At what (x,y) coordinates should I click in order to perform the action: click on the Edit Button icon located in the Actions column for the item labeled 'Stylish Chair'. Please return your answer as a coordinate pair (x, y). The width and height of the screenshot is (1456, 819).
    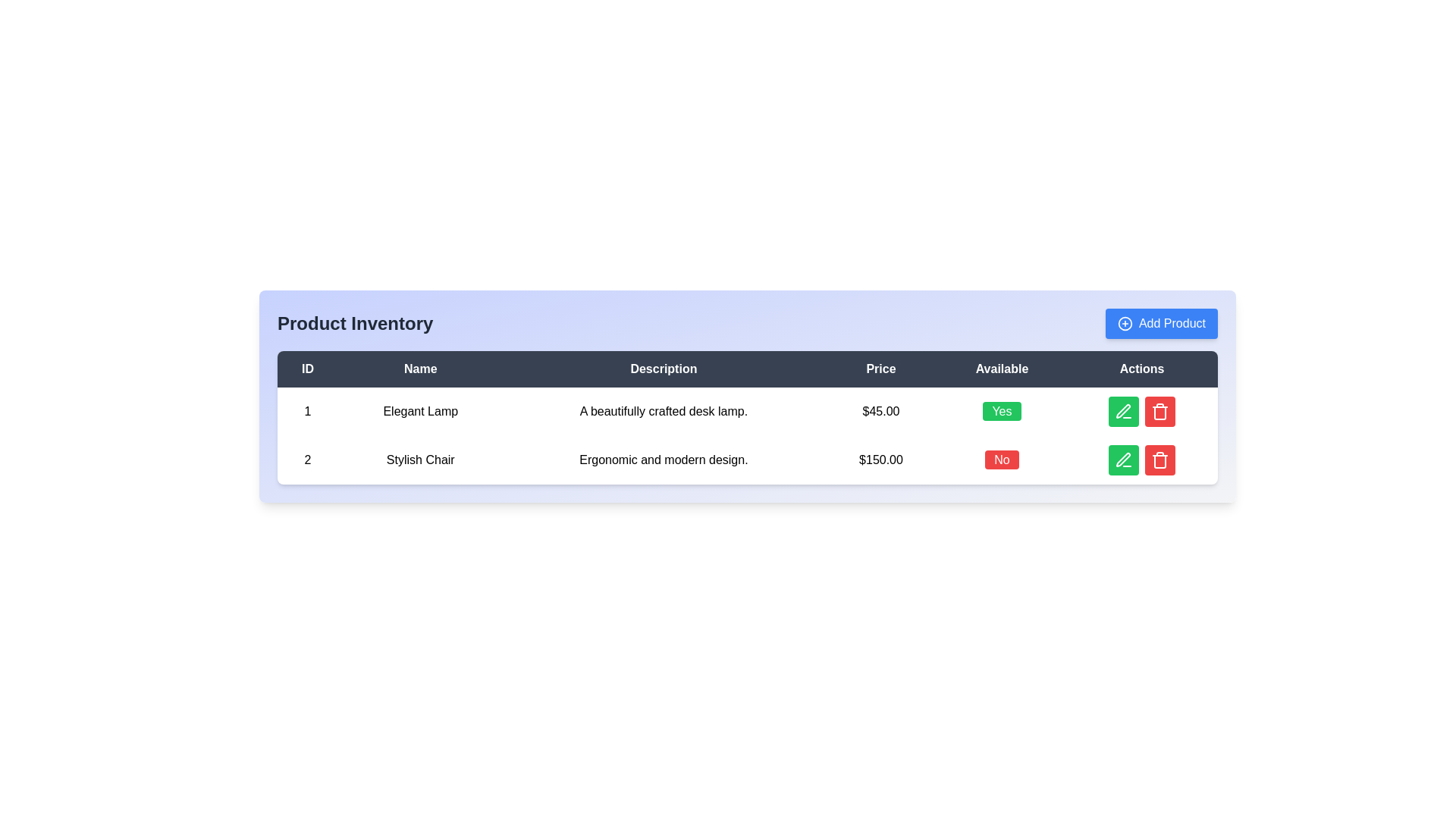
    Looking at the image, I should click on (1123, 459).